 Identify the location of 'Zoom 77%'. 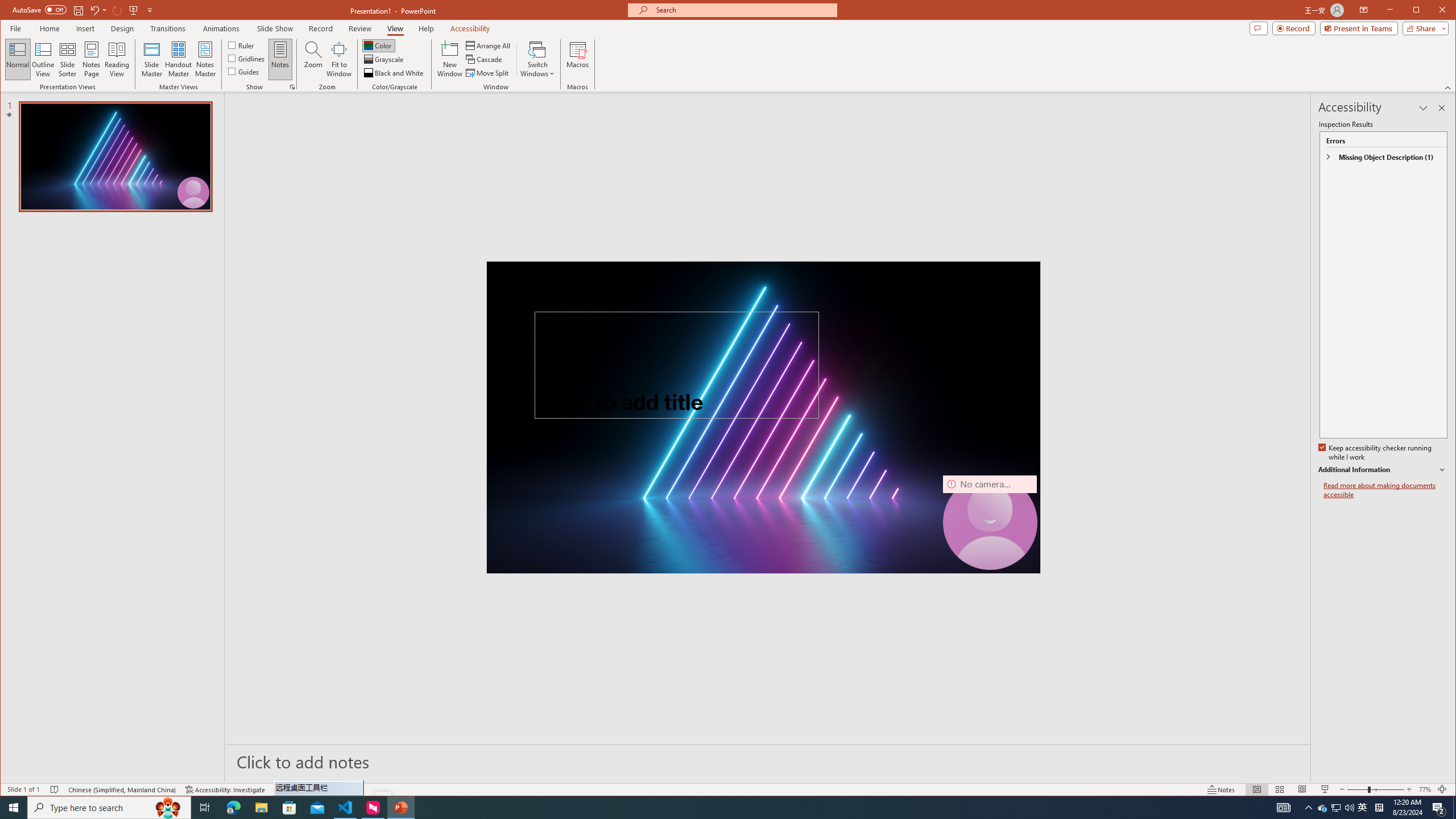
(1424, 789).